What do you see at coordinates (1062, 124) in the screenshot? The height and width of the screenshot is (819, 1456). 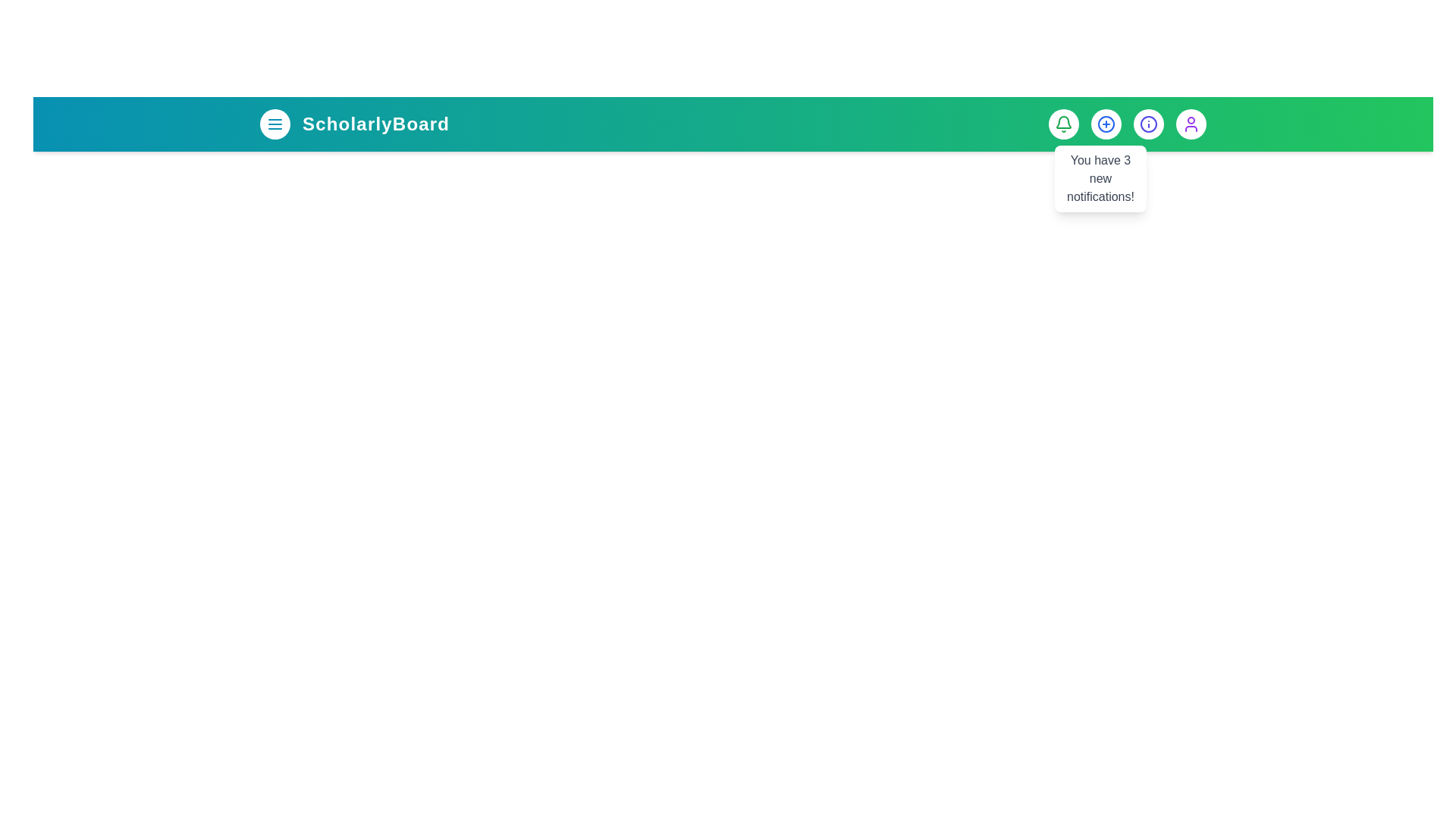 I see `the notification button to toggle the dropdown` at bounding box center [1062, 124].